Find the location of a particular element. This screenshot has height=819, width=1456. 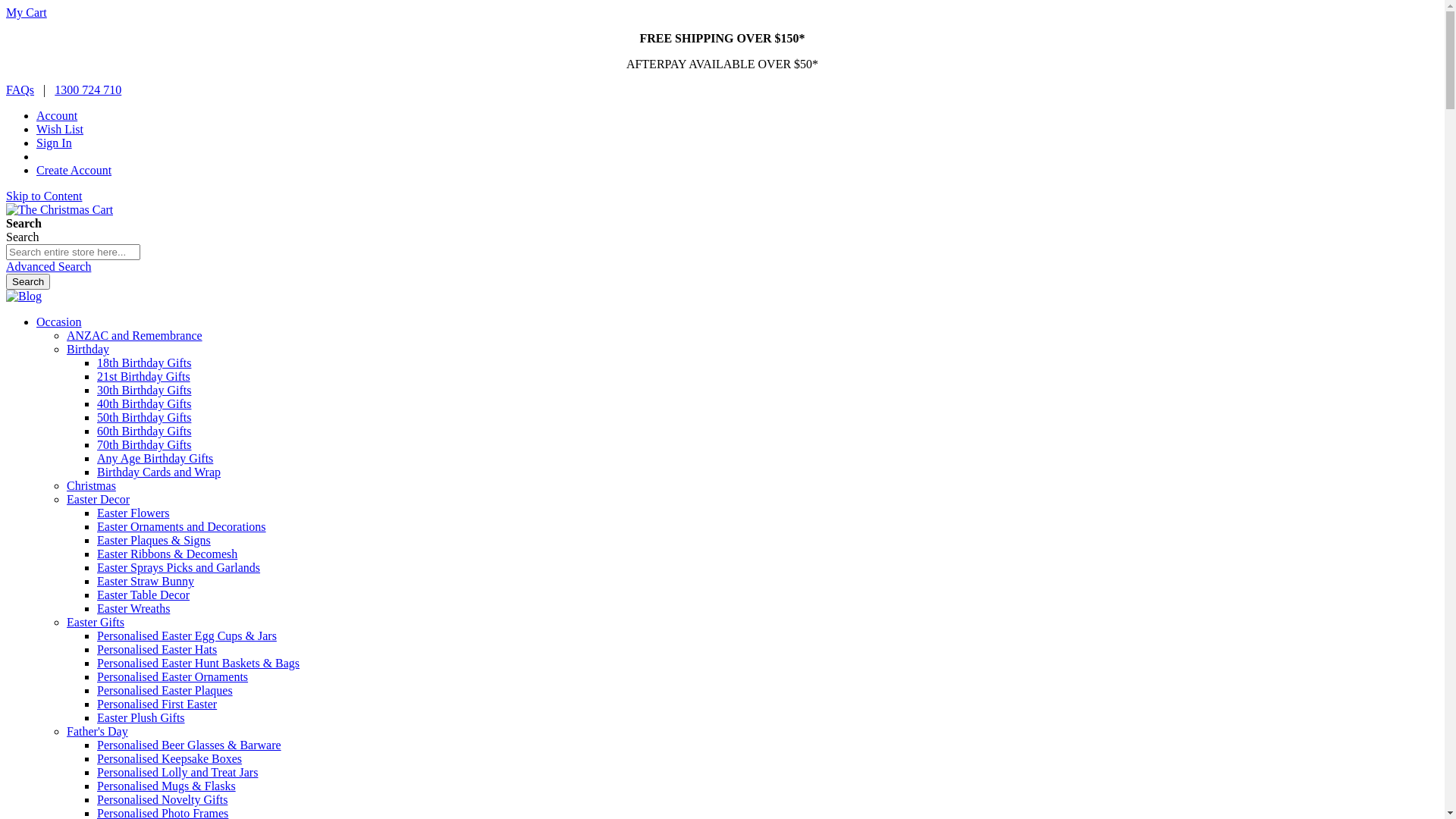

'Easter Wreaths' is located at coordinates (133, 607).